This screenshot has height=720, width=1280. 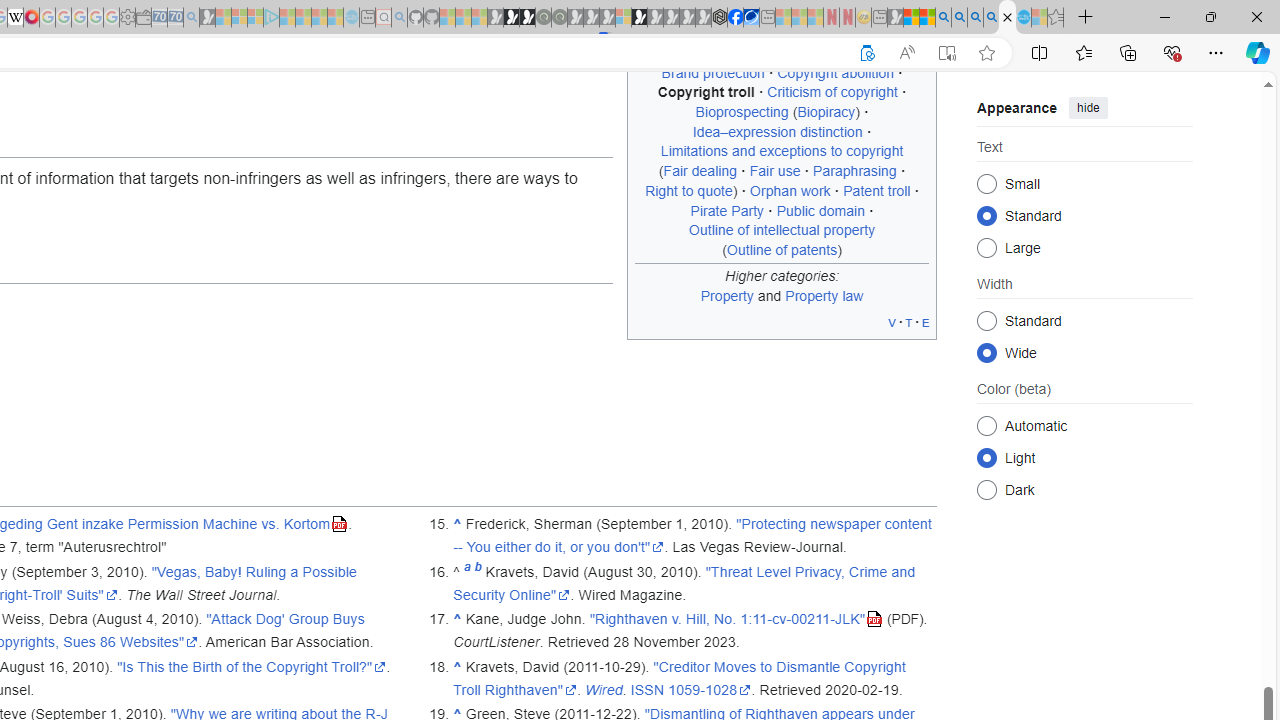 What do you see at coordinates (740, 112) in the screenshot?
I see `'Bioprospecting'` at bounding box center [740, 112].